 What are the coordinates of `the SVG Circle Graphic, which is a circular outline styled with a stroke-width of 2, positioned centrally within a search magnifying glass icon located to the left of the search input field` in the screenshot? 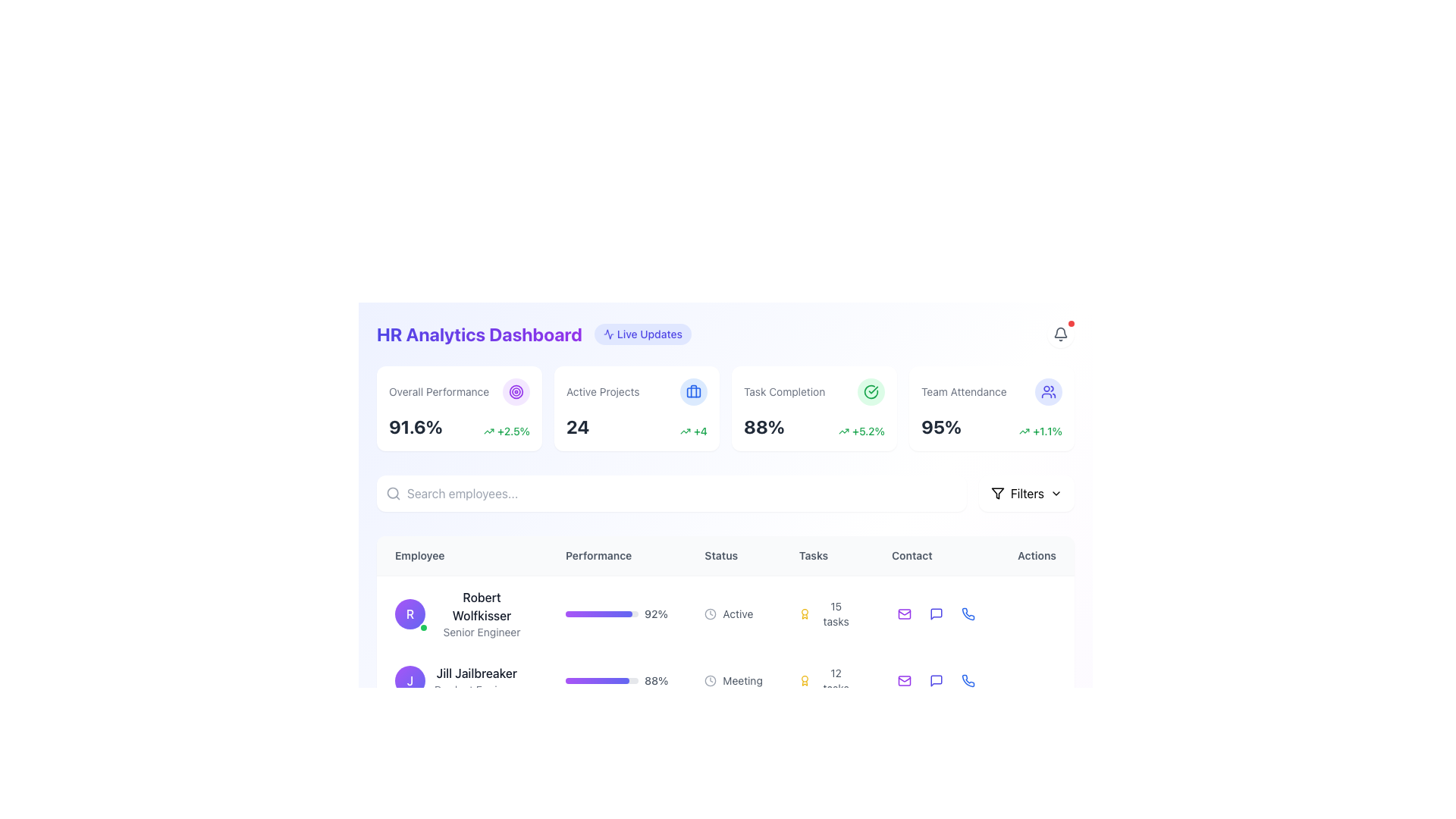 It's located at (393, 493).